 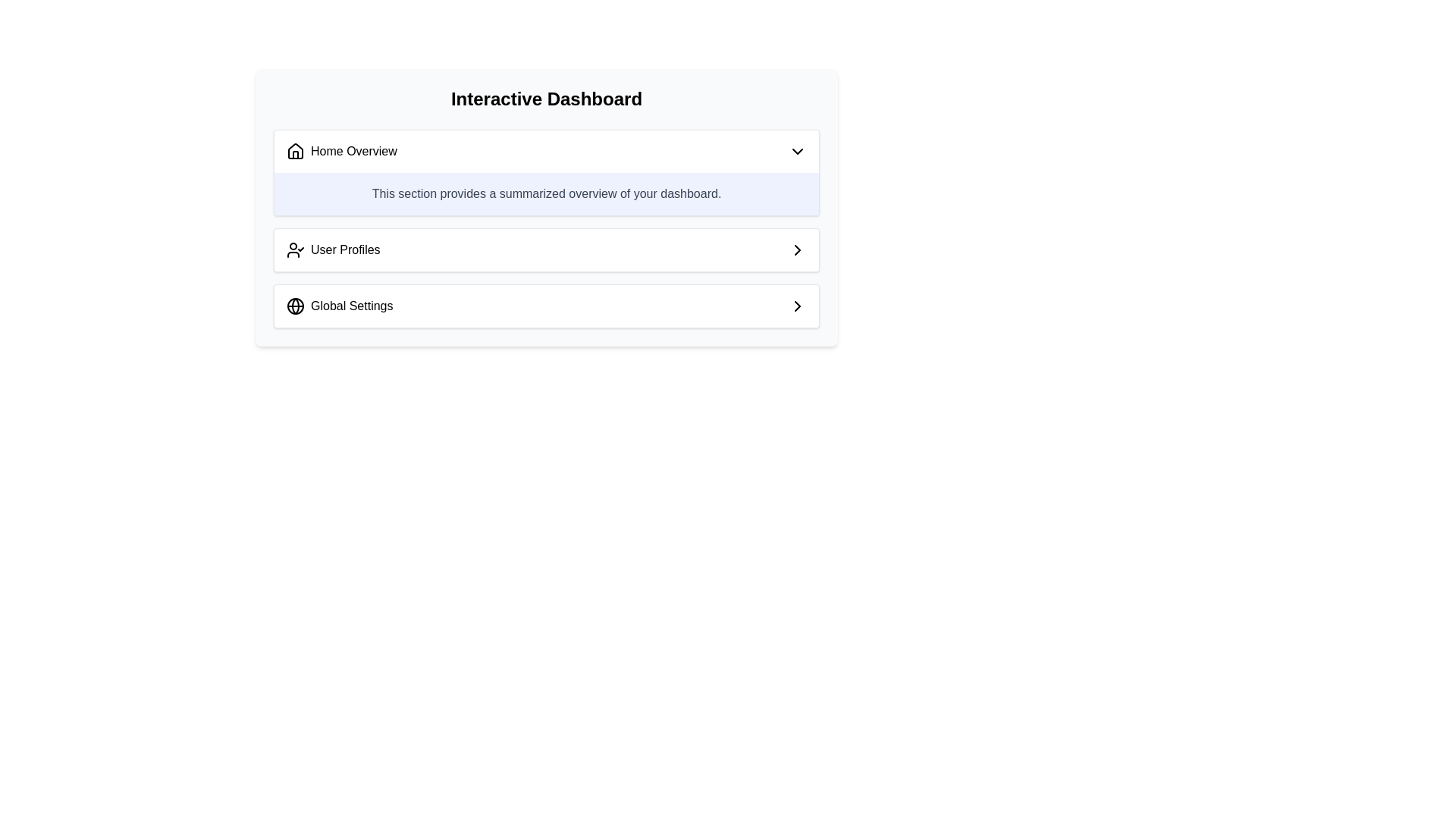 What do you see at coordinates (796, 152) in the screenshot?
I see `the downward-pointing chevron icon located to the right of 'Home Overview'` at bounding box center [796, 152].